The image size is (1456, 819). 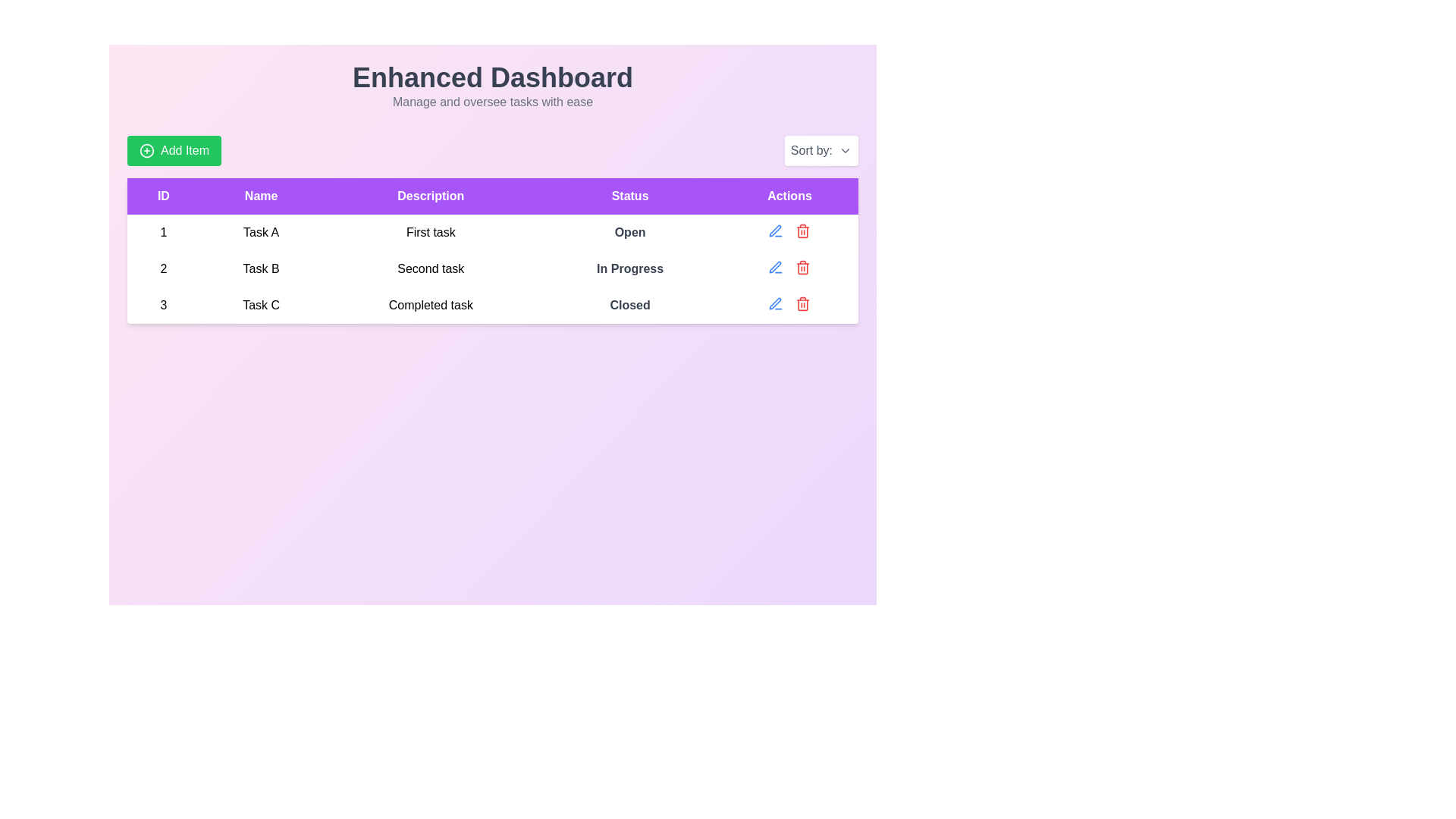 I want to click on the Header with subtitle that introduces the content below it, providing context to the dashboard environment, so click(x=492, y=87).